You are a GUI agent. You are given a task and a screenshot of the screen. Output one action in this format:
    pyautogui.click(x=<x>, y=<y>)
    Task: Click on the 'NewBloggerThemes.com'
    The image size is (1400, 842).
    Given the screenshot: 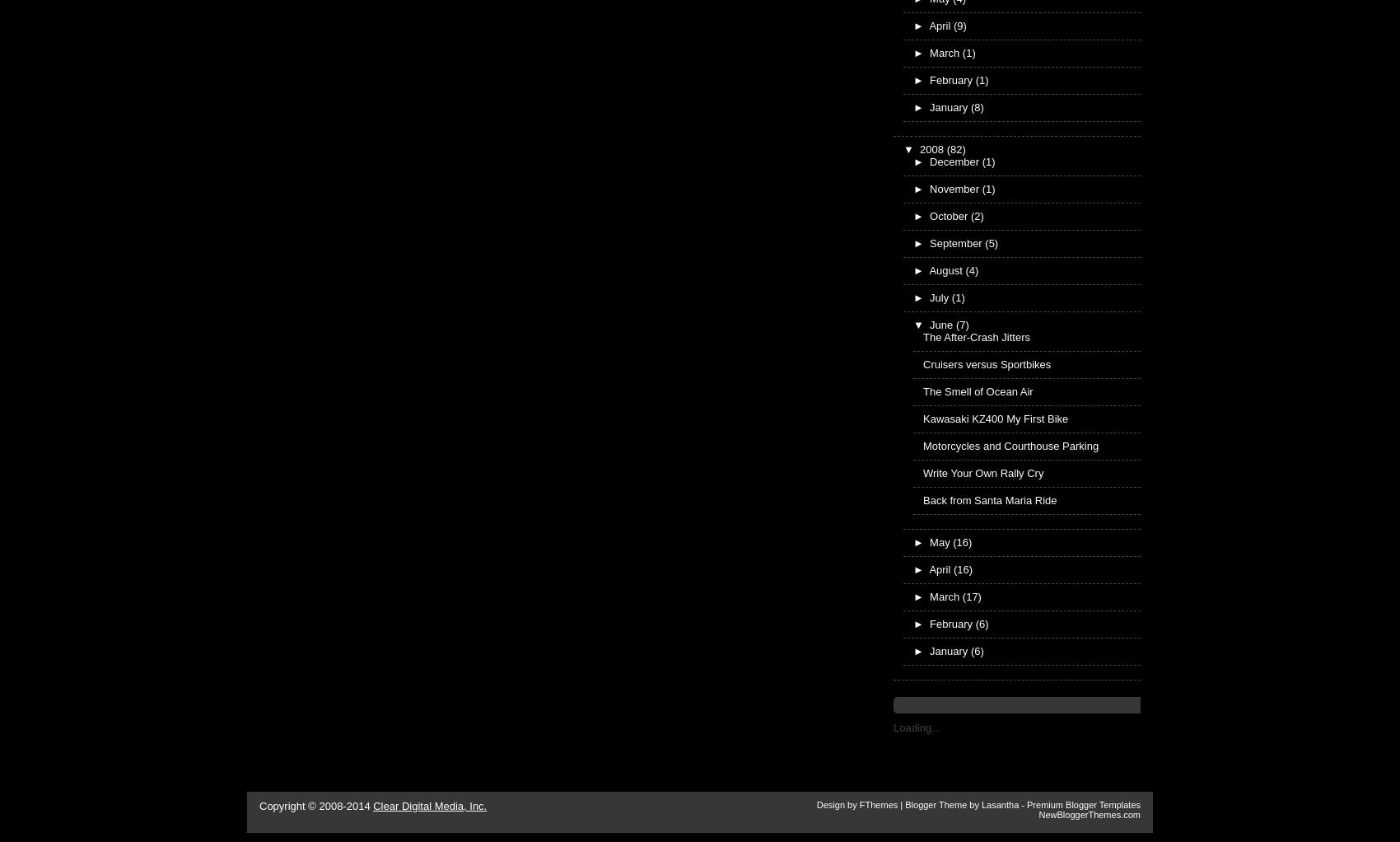 What is the action you would take?
    pyautogui.click(x=1038, y=813)
    